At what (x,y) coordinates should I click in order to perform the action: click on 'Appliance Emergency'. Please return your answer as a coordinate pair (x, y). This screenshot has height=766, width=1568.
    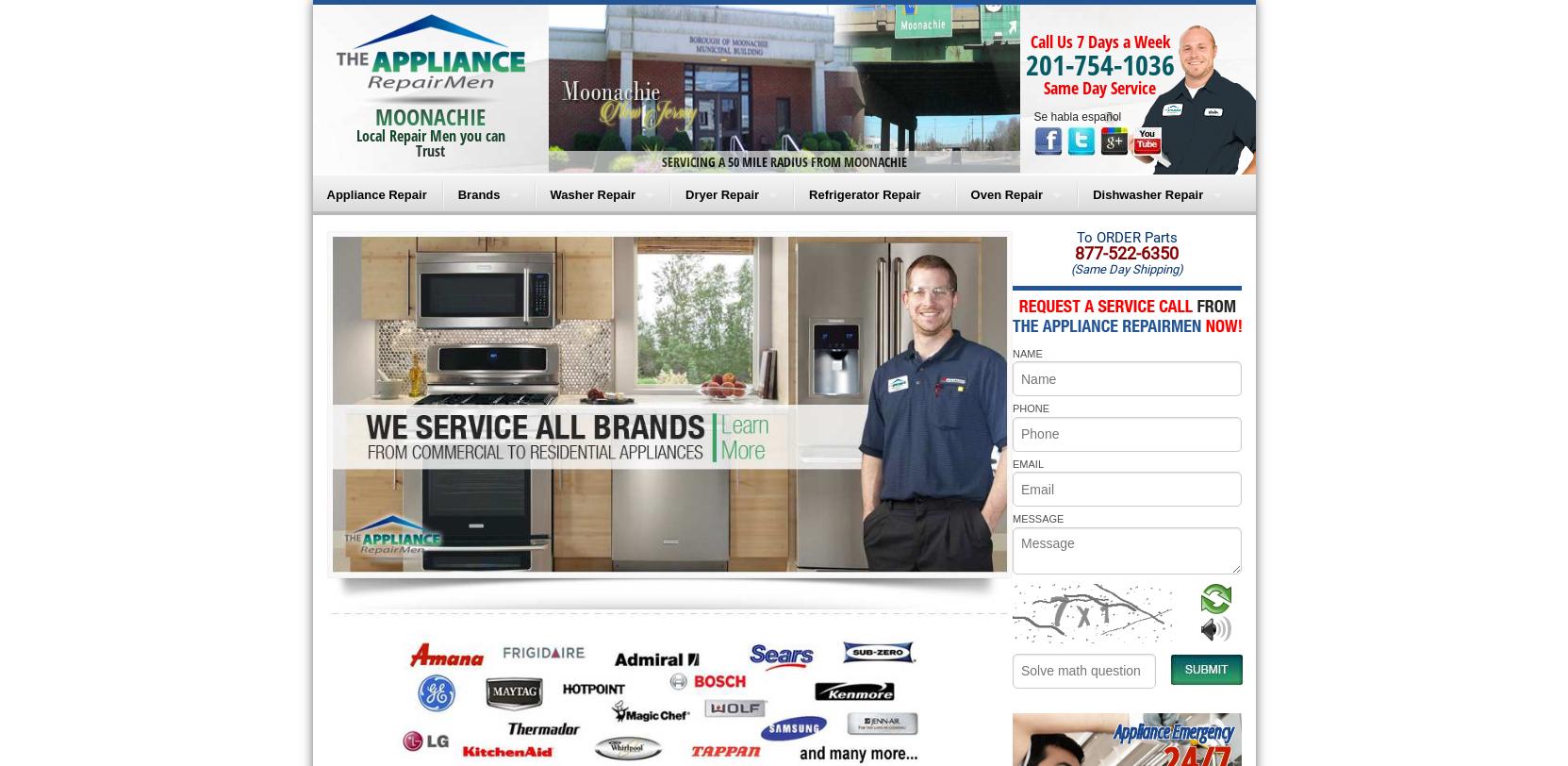
    Looking at the image, I should click on (1171, 730).